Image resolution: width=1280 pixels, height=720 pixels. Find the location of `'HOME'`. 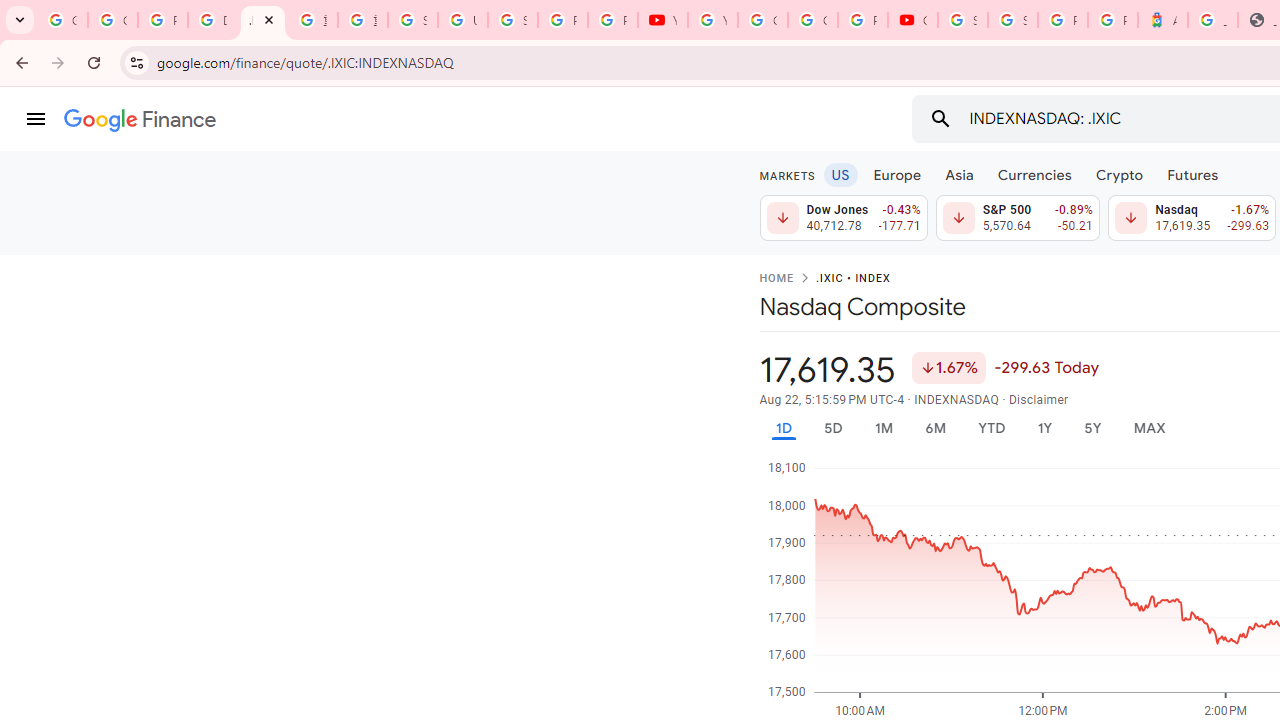

'HOME' is located at coordinates (775, 279).